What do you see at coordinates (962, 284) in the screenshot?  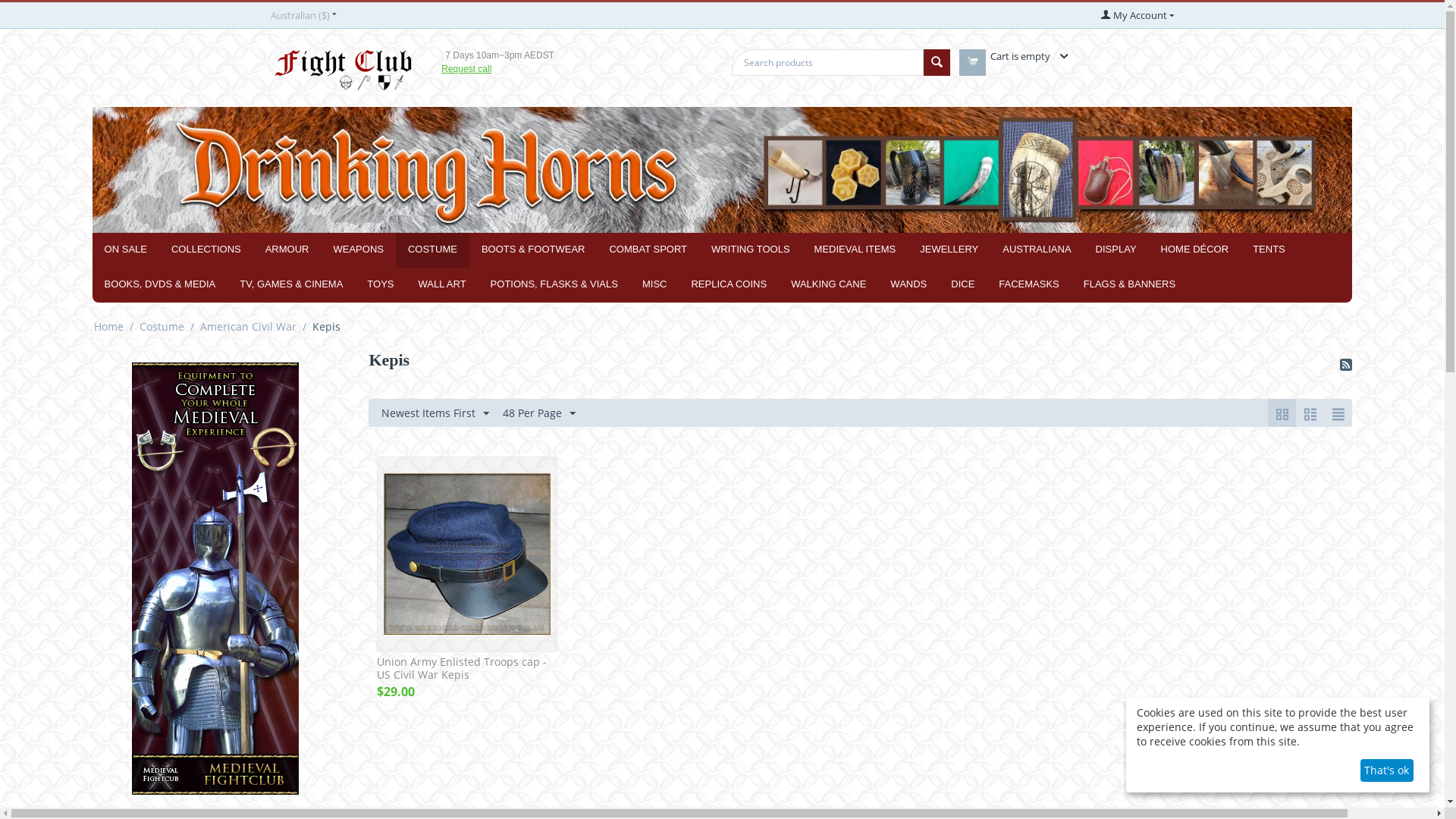 I see `'DICE'` at bounding box center [962, 284].